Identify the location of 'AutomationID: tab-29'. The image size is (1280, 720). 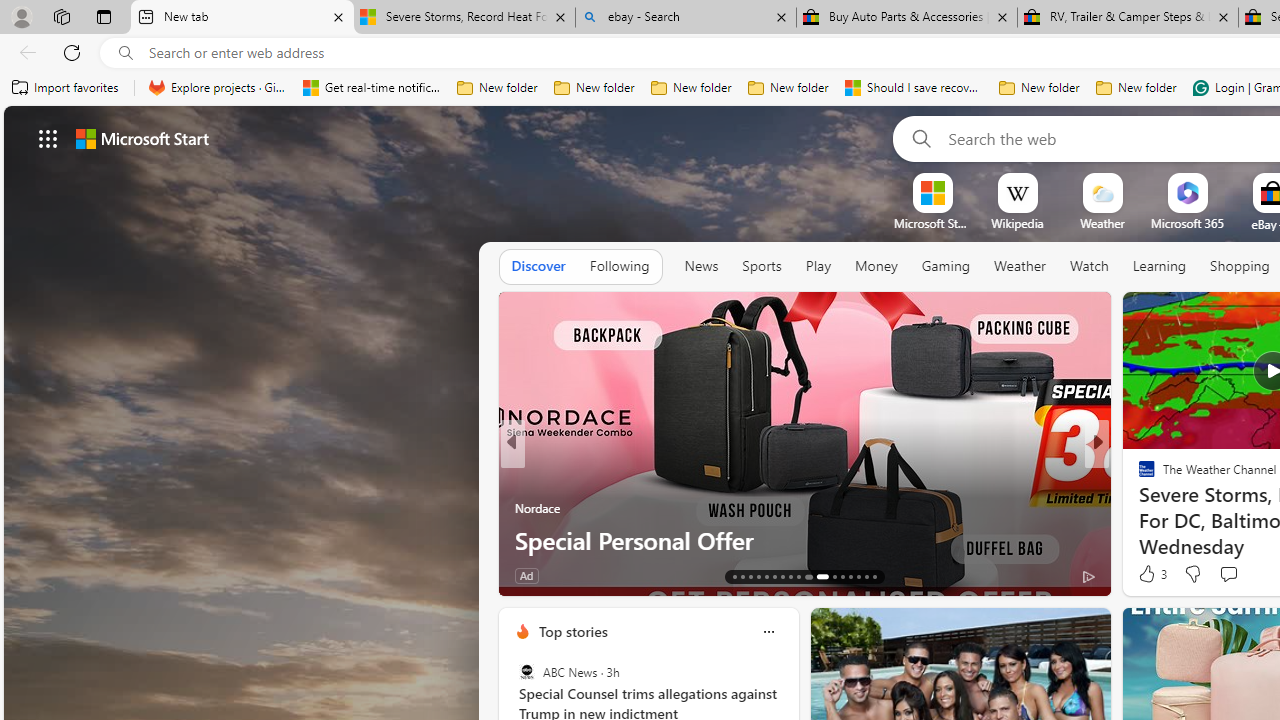
(874, 577).